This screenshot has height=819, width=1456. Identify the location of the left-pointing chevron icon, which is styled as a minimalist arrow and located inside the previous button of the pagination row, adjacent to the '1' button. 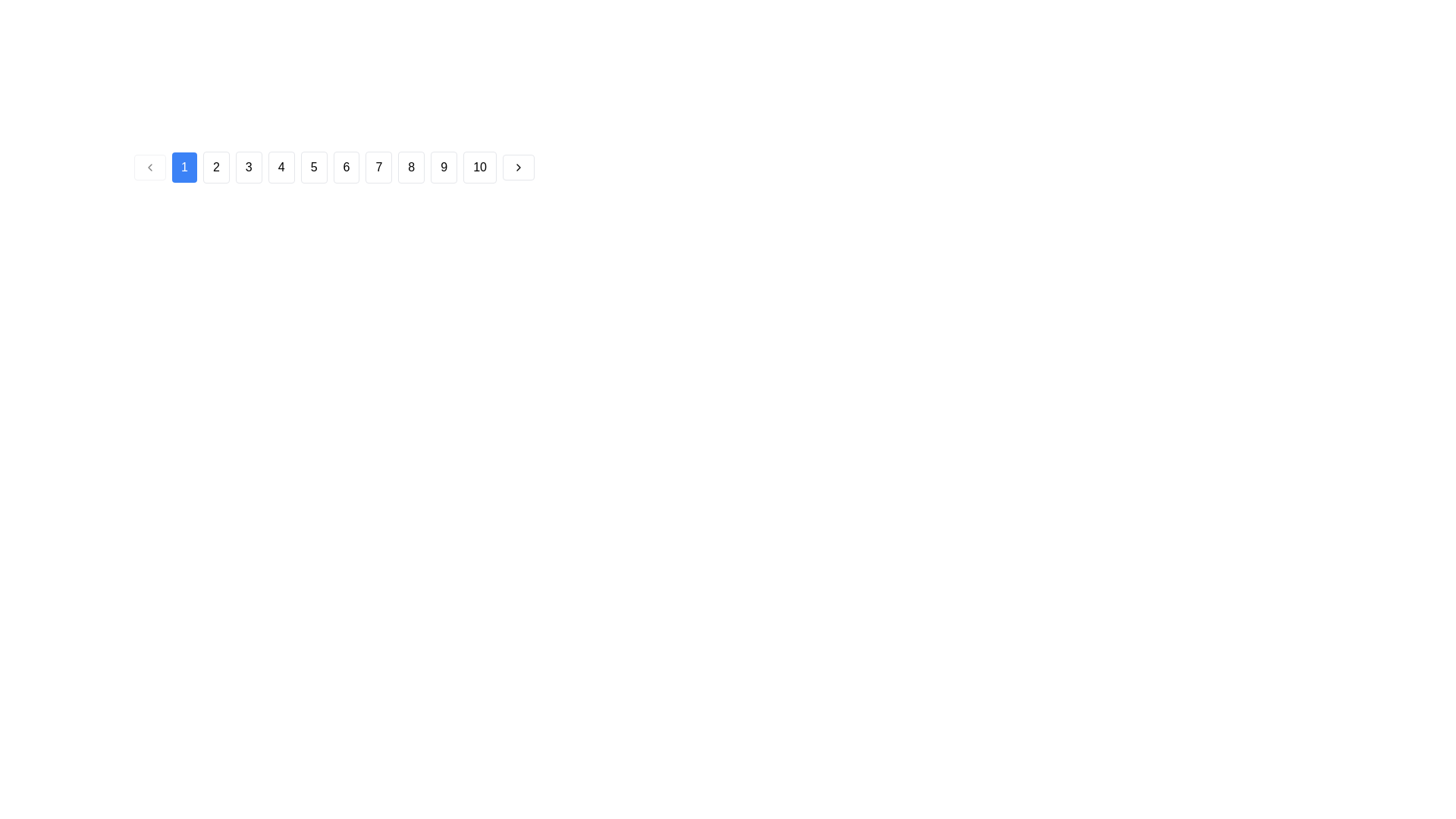
(149, 167).